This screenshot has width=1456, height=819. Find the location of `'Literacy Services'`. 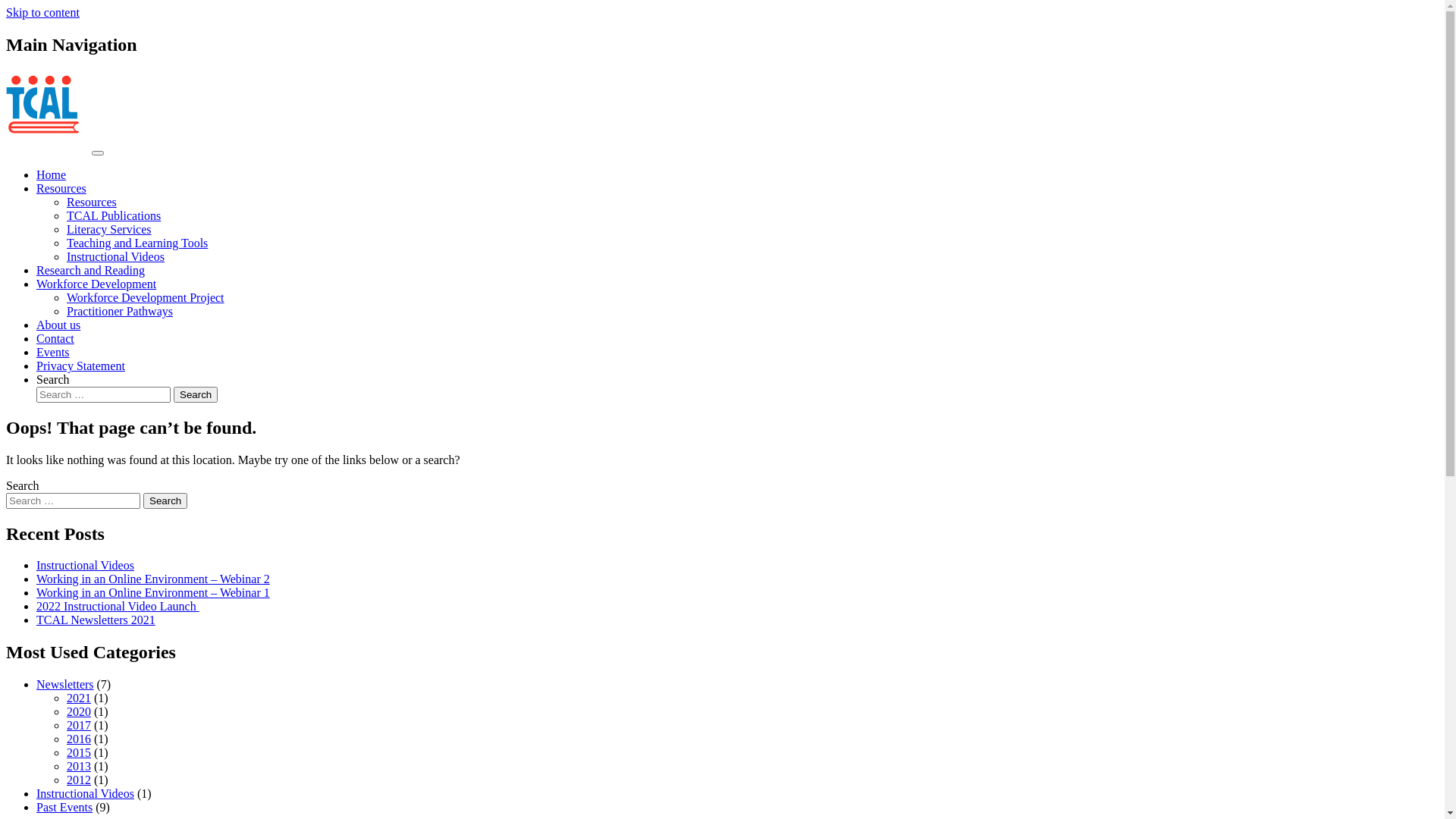

'Literacy Services' is located at coordinates (108, 229).